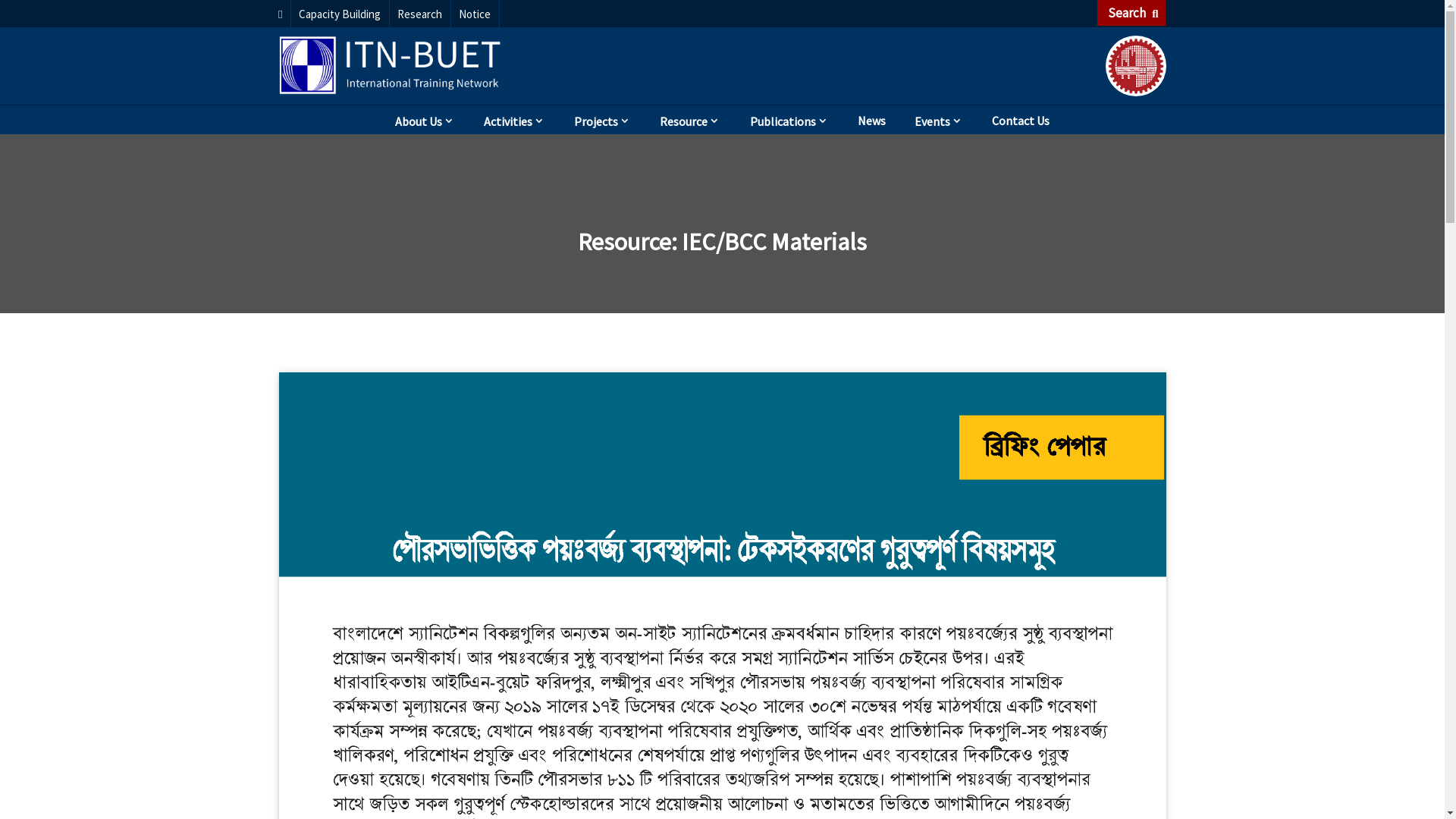  I want to click on 'logo-buet-1', so click(1135, 65).